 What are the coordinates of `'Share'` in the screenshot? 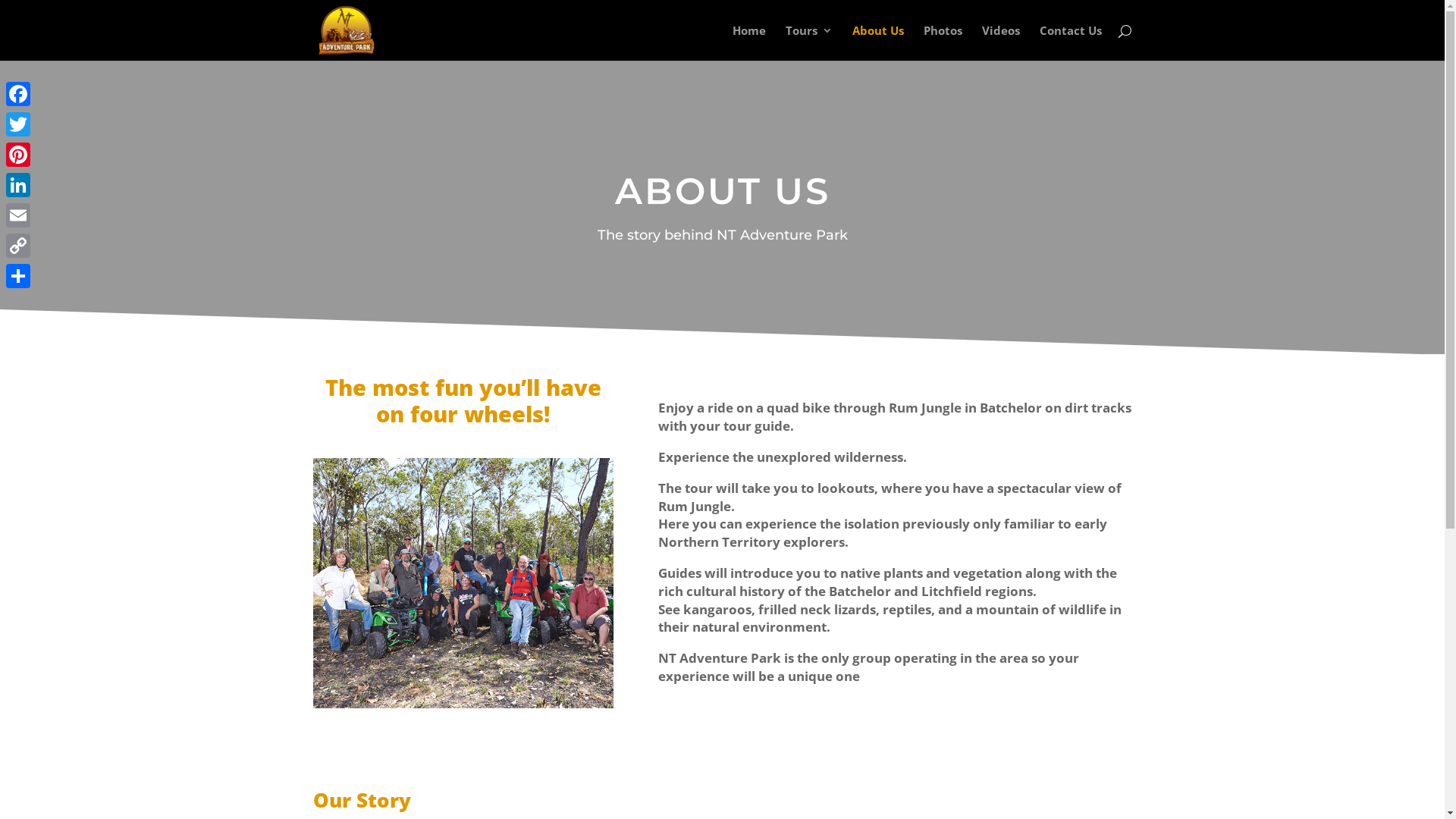 It's located at (18, 275).